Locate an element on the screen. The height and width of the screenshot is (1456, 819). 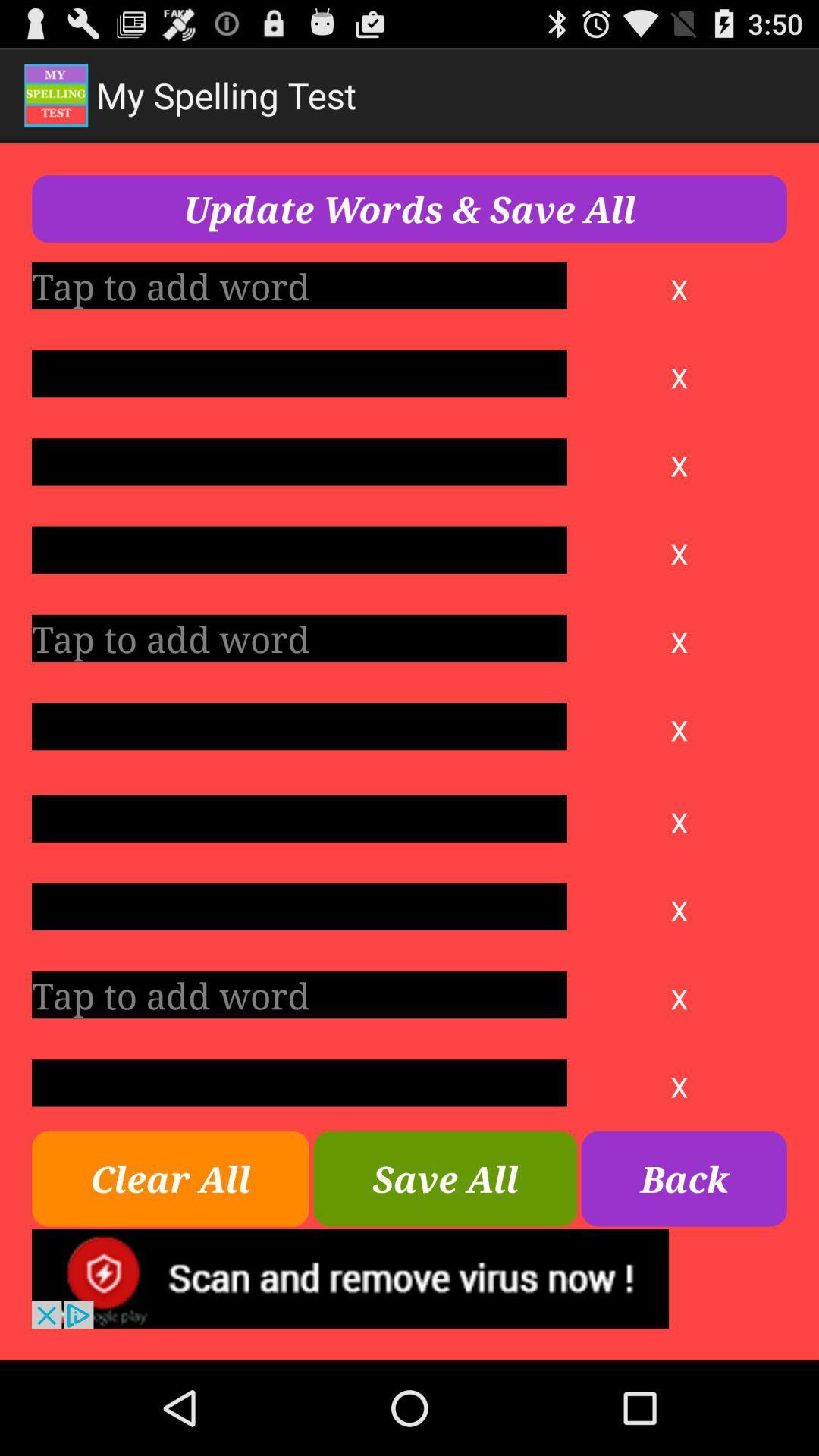
search box is located at coordinates (299, 906).